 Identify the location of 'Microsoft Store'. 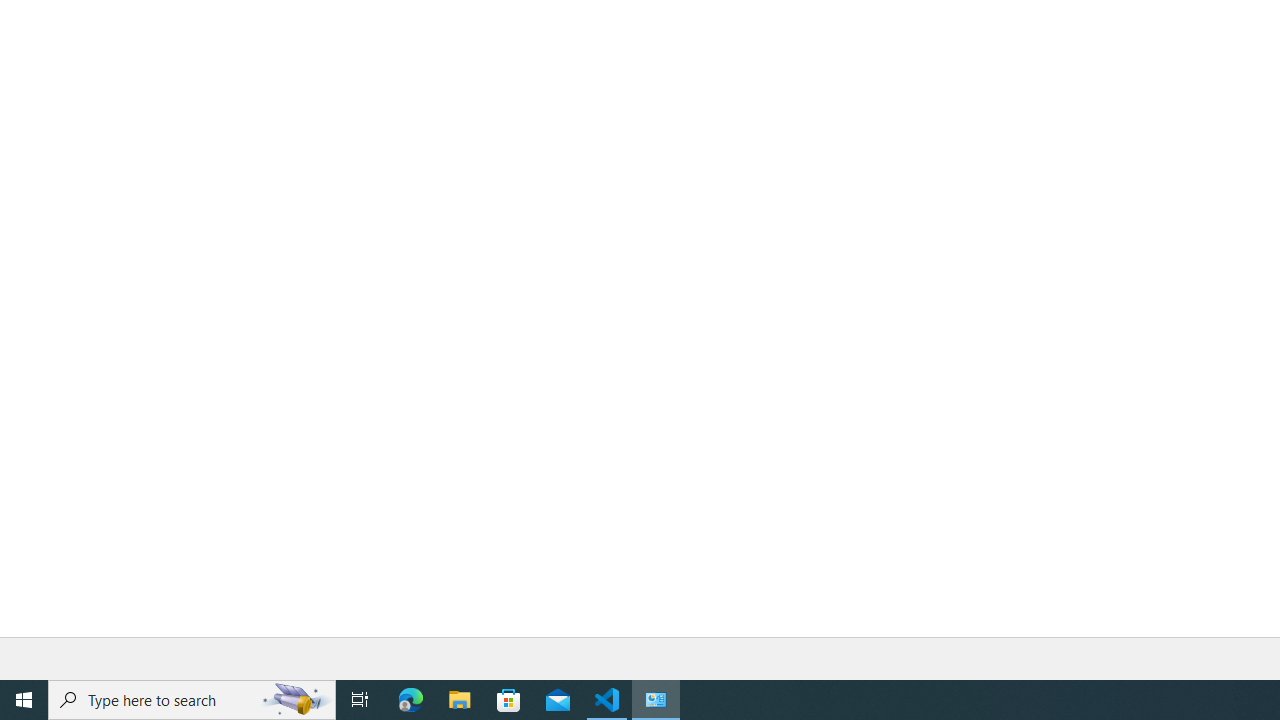
(509, 698).